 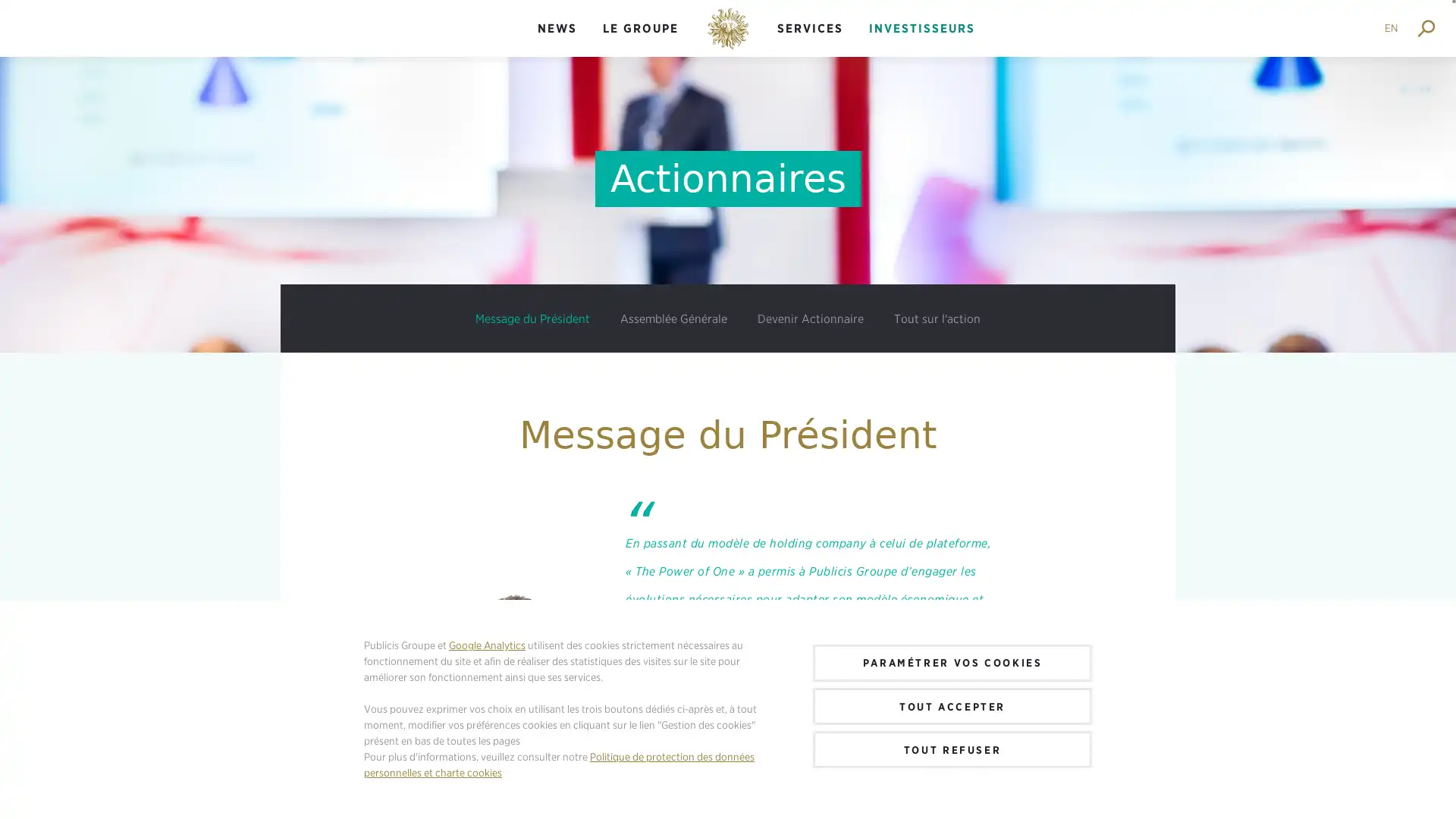 I want to click on PARAMETRER VOS COOKIES PARAMETRER VOS COOKIES, so click(x=952, y=661).